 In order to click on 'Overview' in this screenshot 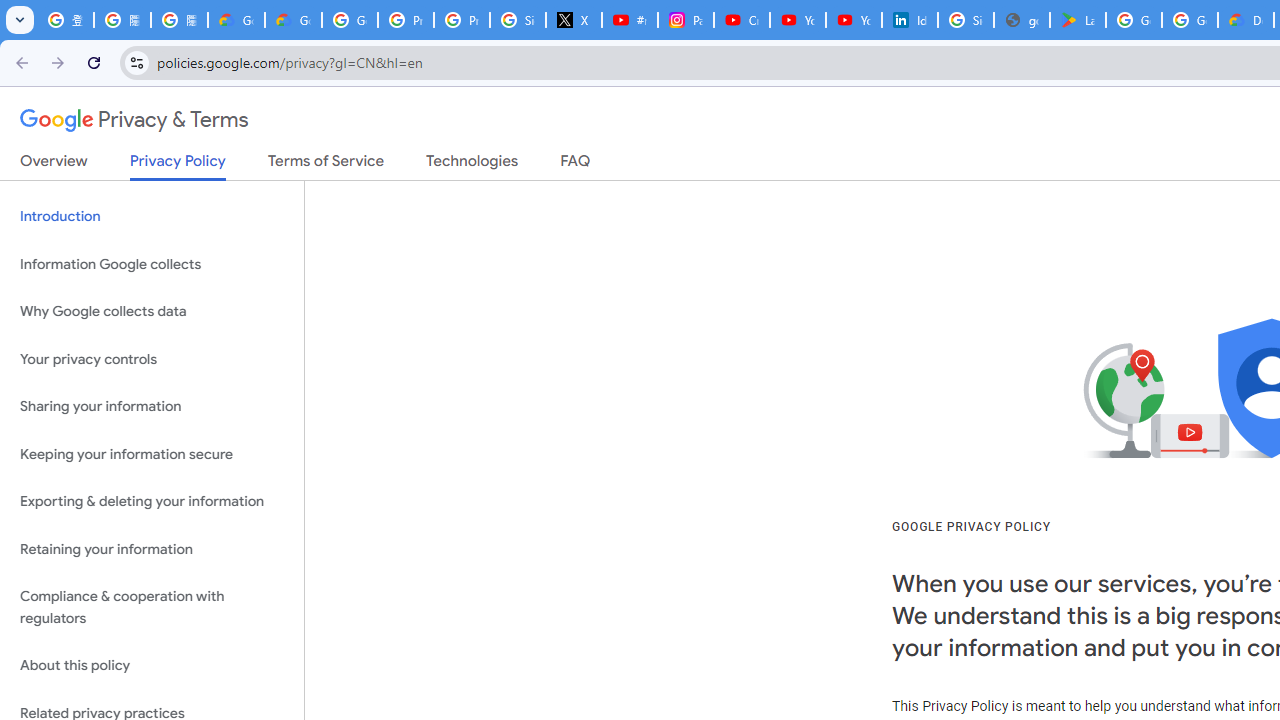, I will do `click(54, 164)`.